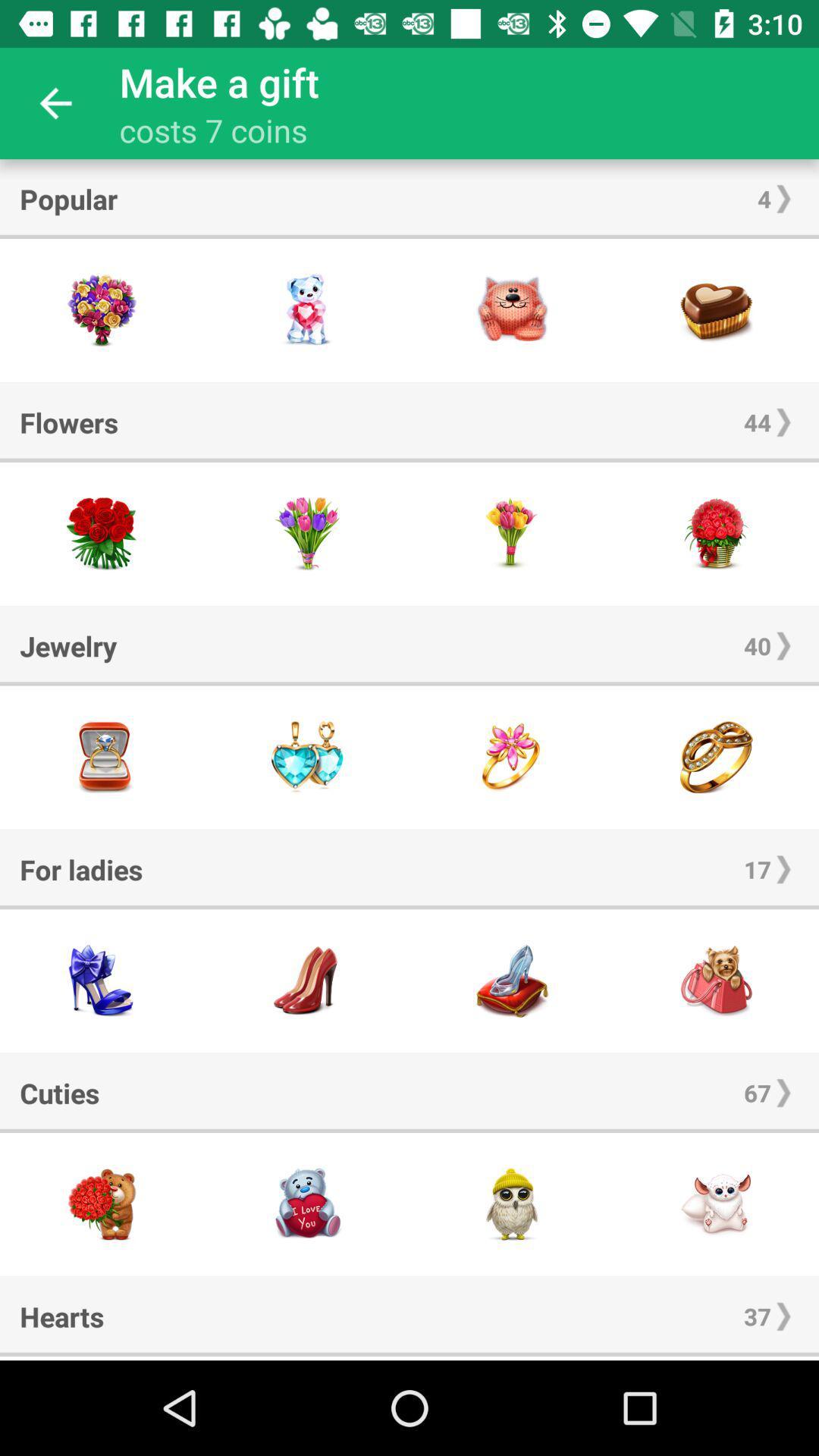 Image resolution: width=819 pixels, height=1456 pixels. I want to click on the for ladies, so click(81, 869).